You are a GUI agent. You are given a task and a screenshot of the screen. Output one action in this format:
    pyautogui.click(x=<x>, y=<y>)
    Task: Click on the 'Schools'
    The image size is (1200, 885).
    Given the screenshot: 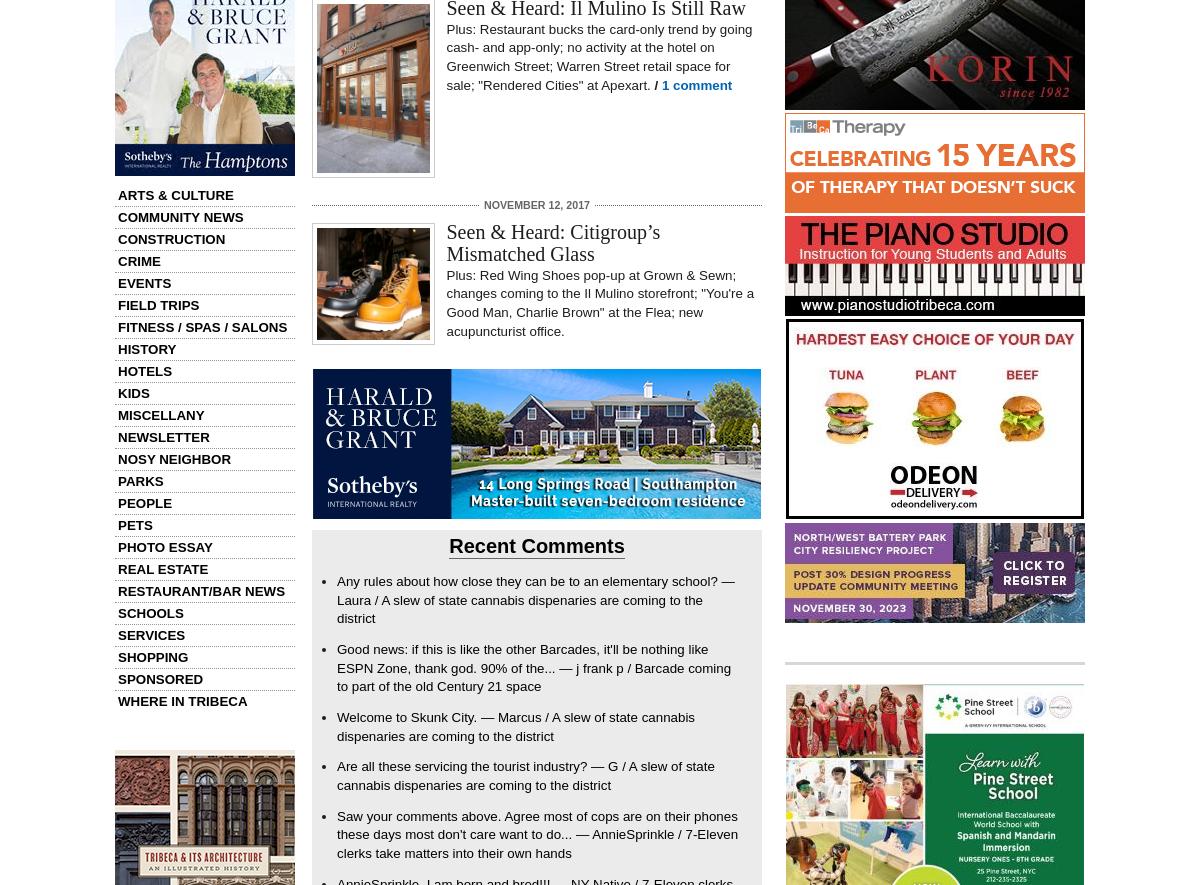 What is the action you would take?
    pyautogui.click(x=150, y=612)
    